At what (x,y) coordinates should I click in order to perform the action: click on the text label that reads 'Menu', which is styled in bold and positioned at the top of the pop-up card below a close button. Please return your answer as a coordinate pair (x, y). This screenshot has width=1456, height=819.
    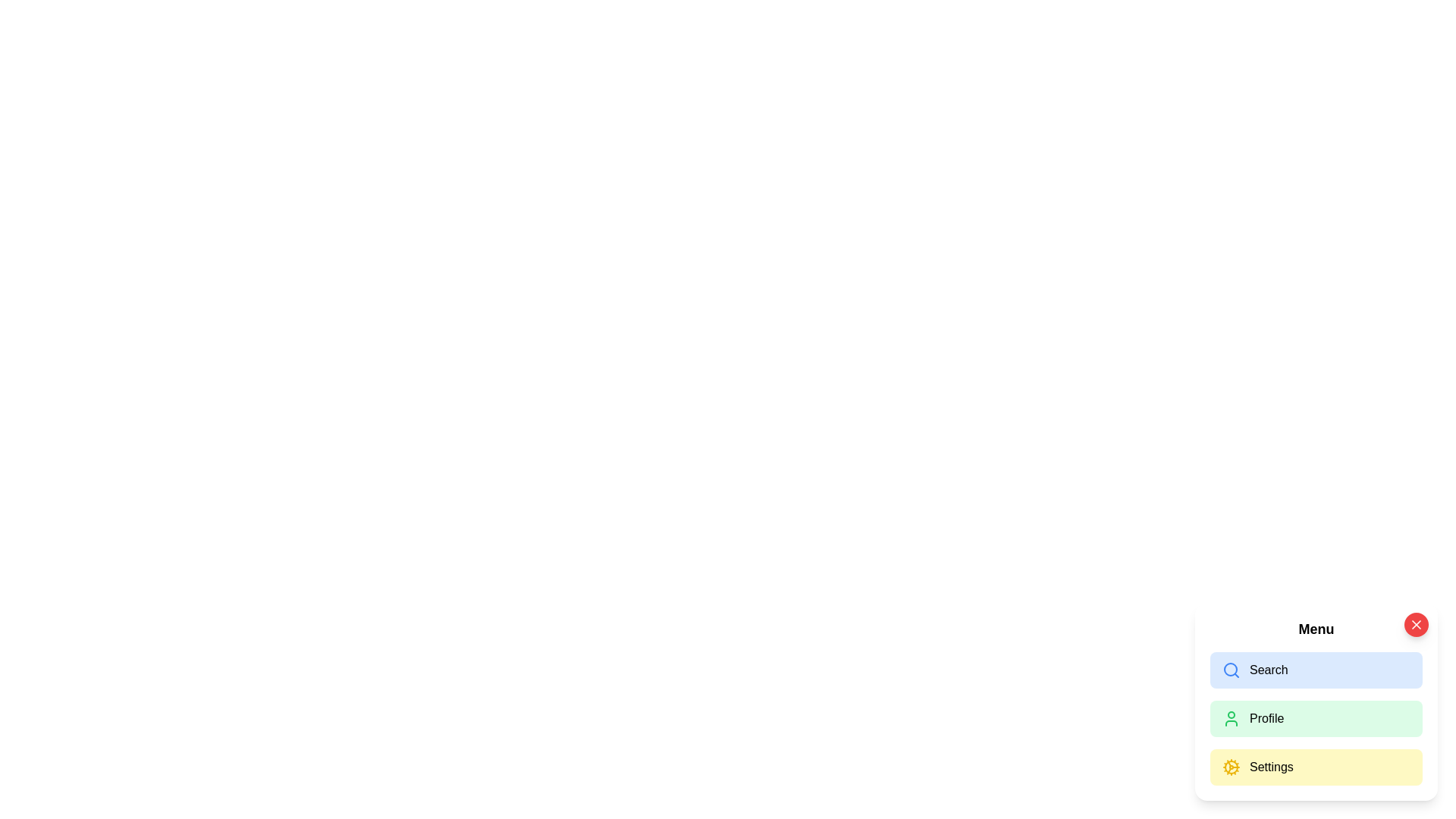
    Looking at the image, I should click on (1316, 629).